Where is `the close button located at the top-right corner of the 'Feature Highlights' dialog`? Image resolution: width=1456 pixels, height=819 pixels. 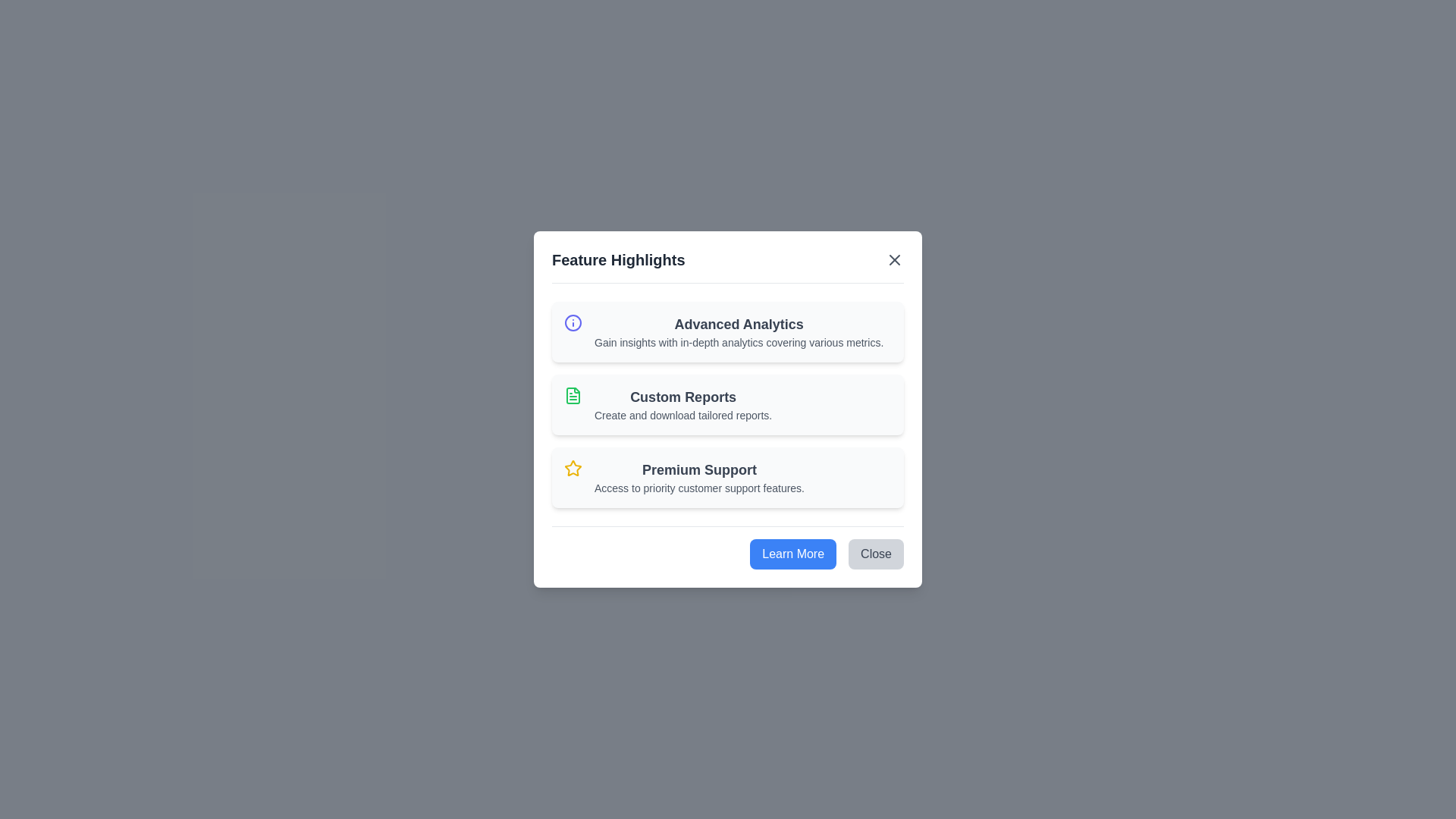 the close button located at the top-right corner of the 'Feature Highlights' dialog is located at coordinates (895, 259).